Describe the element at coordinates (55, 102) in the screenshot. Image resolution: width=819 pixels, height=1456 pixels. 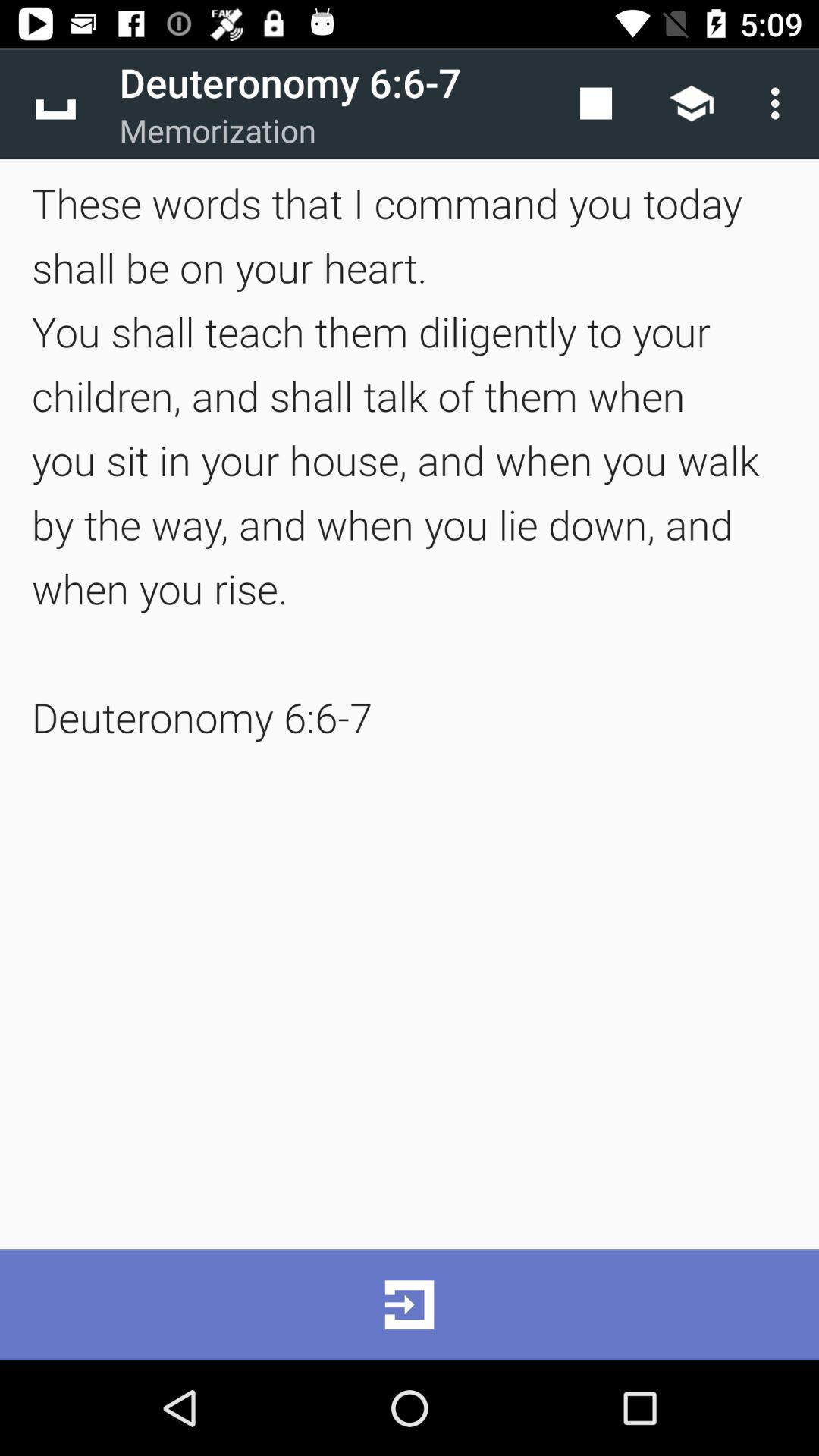
I see `icon to the left of deuteronomy 6 6 icon` at that location.